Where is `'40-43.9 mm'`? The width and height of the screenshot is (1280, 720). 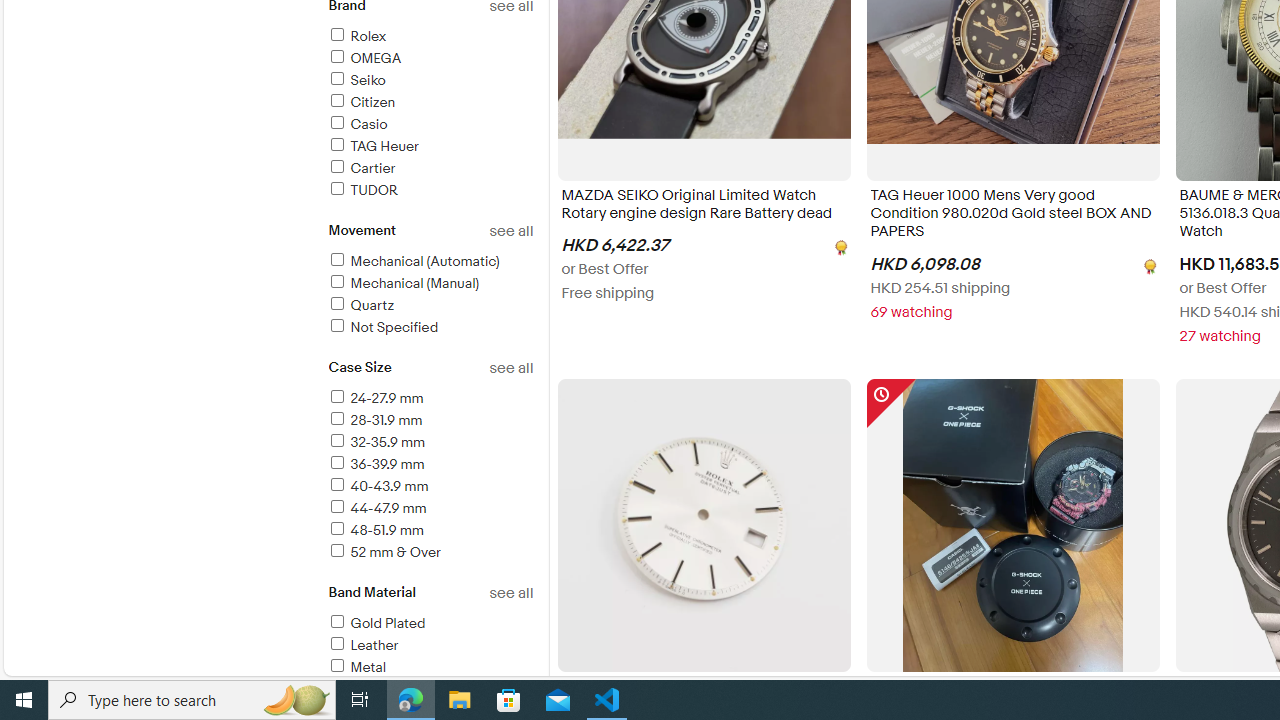 '40-43.9 mm' is located at coordinates (377, 486).